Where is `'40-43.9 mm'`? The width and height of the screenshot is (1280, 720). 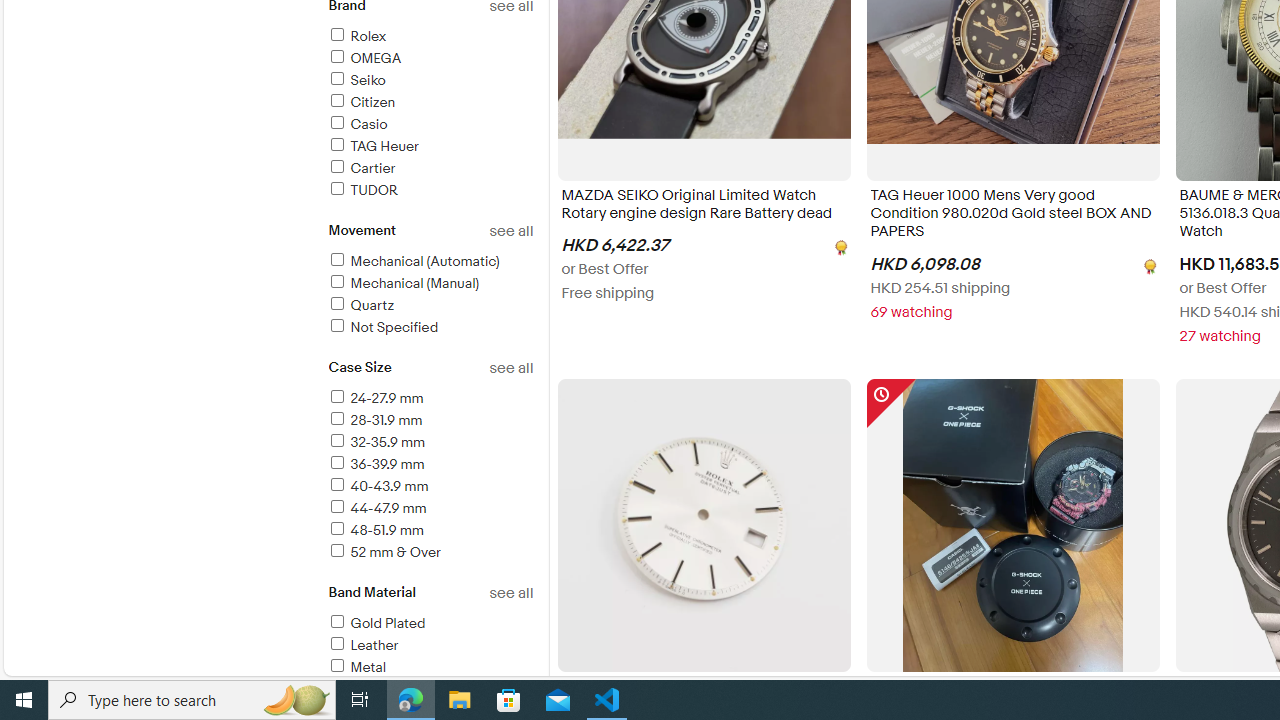 '40-43.9 mm' is located at coordinates (377, 486).